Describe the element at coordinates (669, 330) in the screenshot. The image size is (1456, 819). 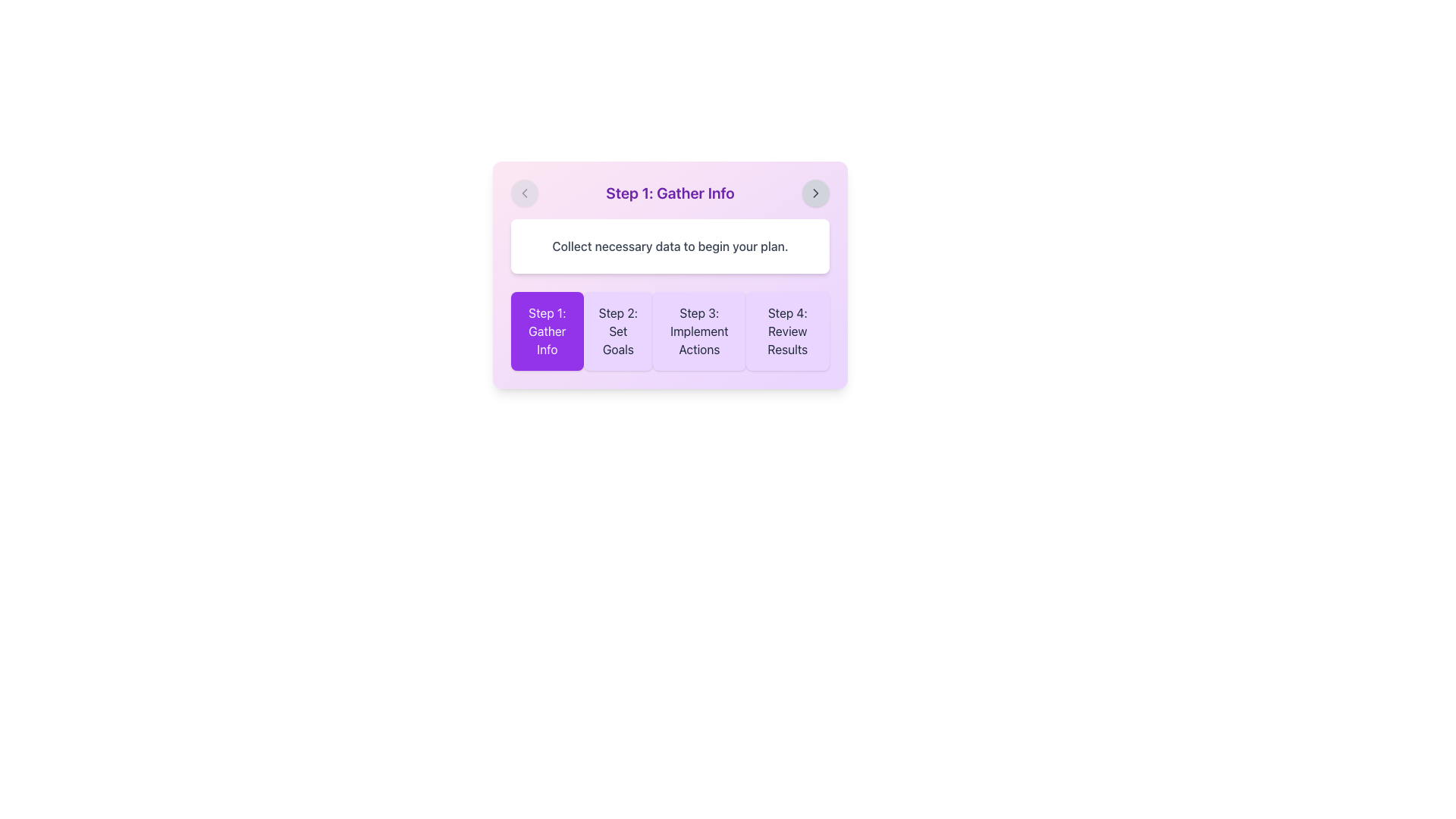
I see `the button labeled 'Step 3: Implement Actions' with a purple background` at that location.